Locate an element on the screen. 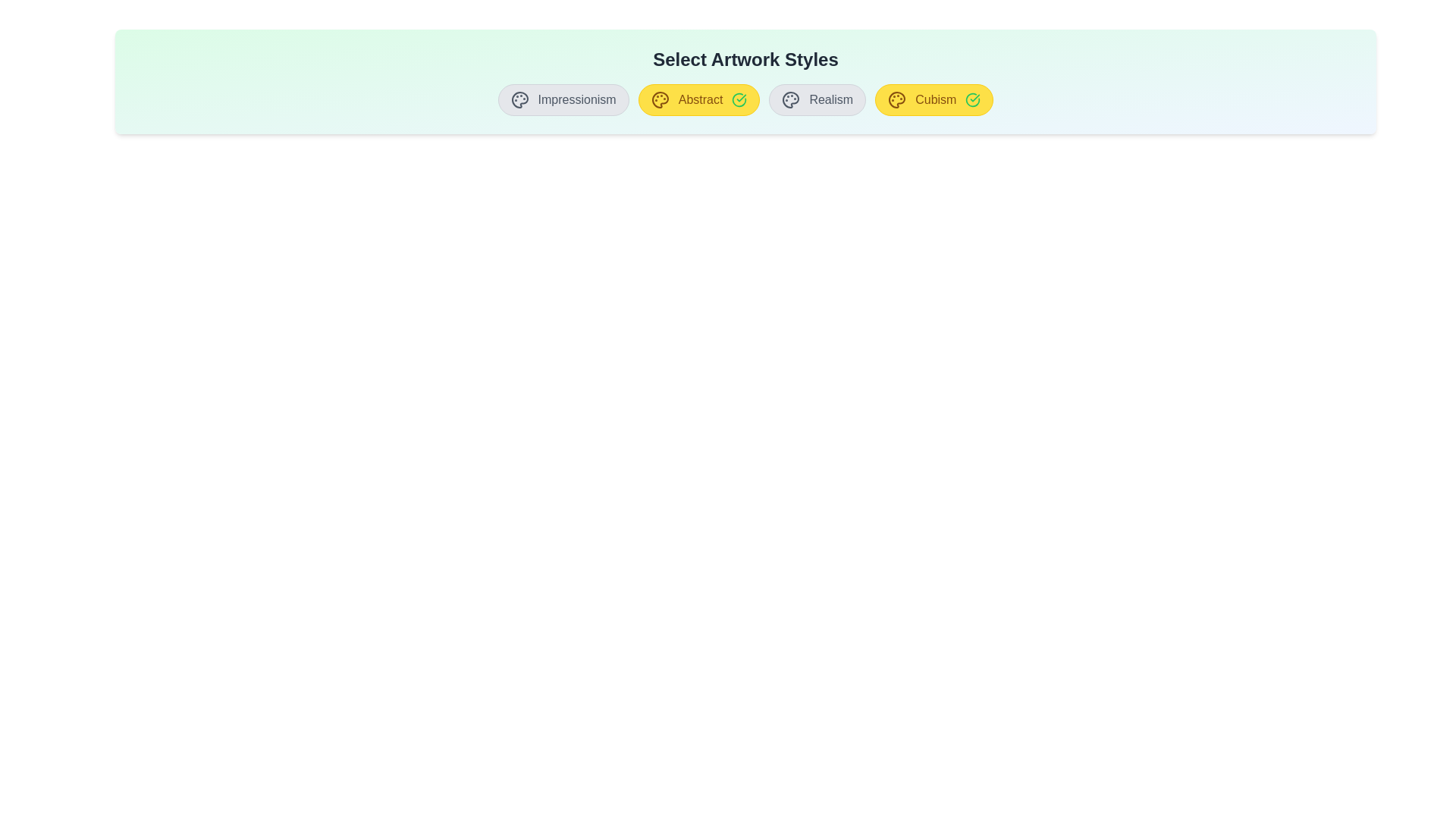 The width and height of the screenshot is (1456, 819). the artwork style button corresponding to Cubism is located at coordinates (934, 99).